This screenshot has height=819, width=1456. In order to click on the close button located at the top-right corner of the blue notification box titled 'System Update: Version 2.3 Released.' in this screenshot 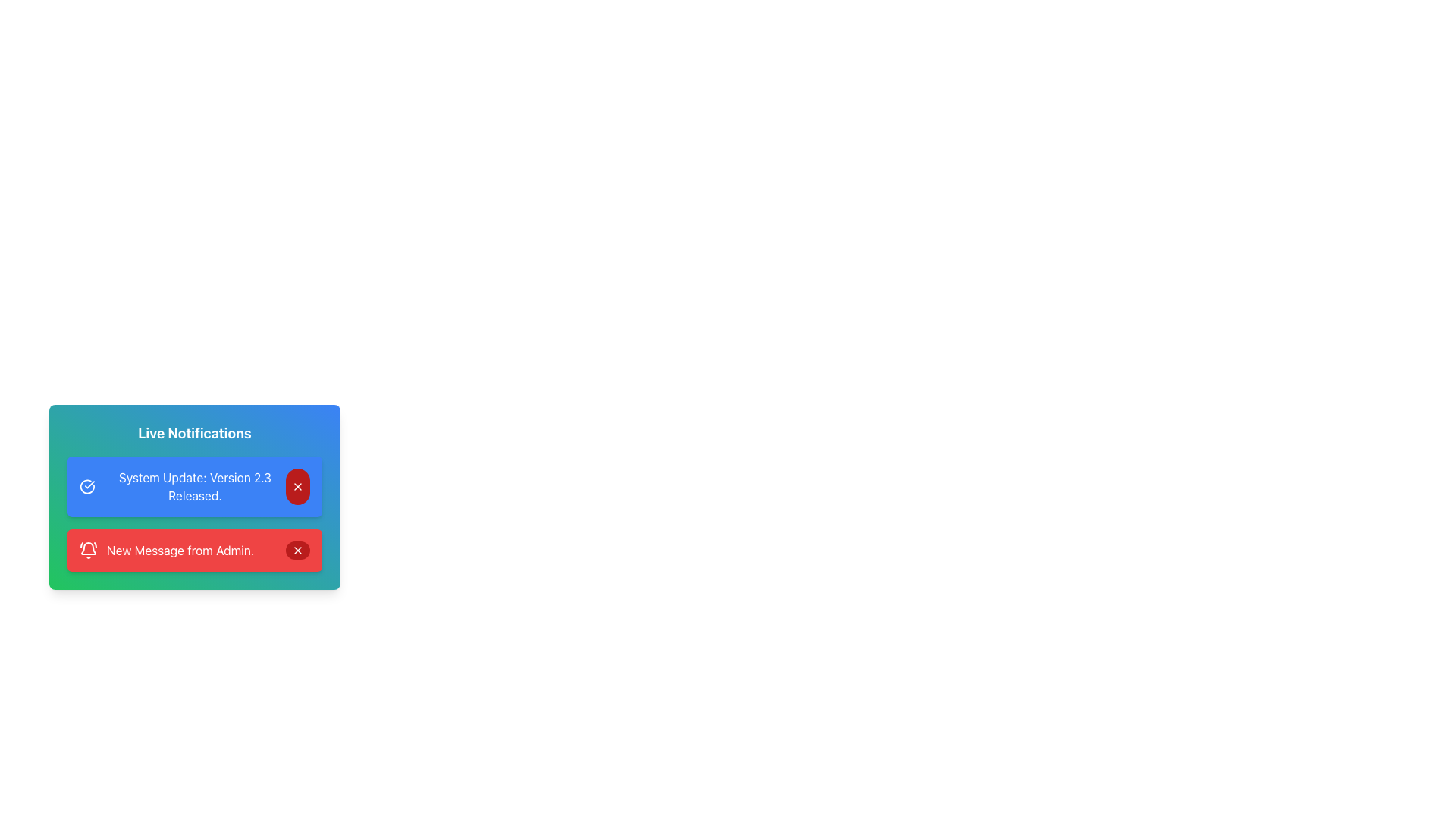, I will do `click(298, 486)`.